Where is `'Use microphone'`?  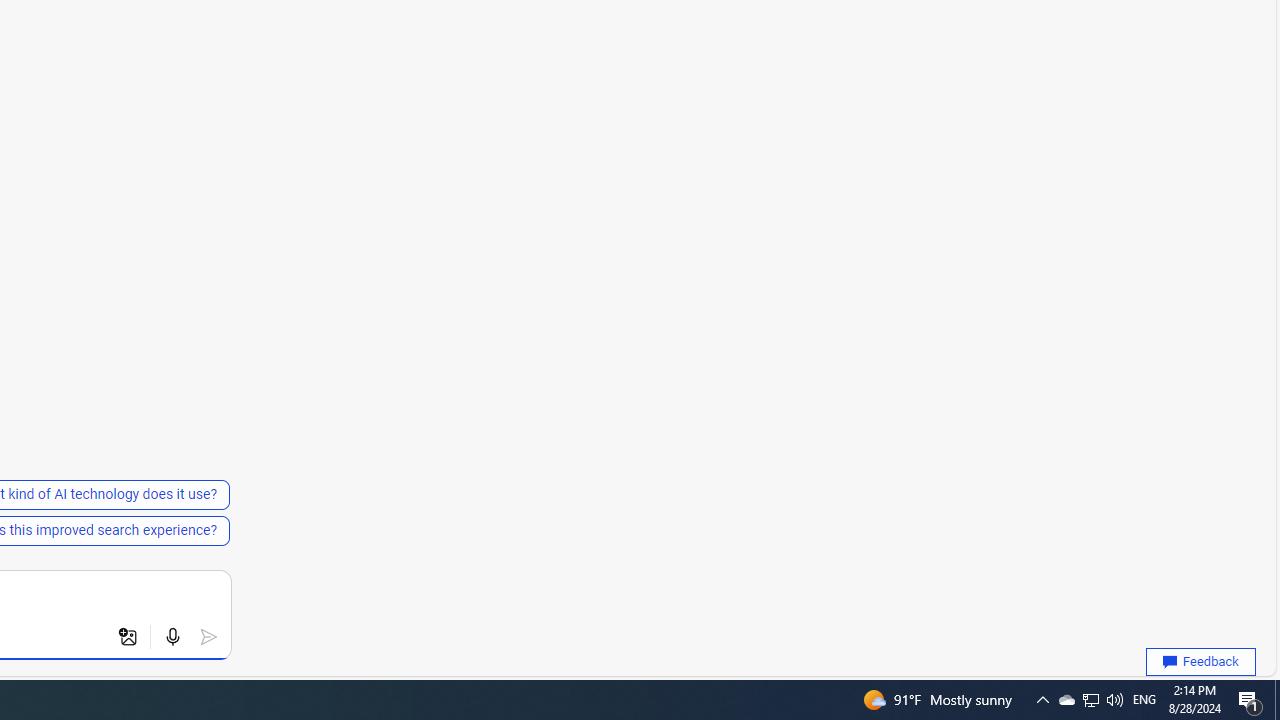 'Use microphone' is located at coordinates (172, 637).